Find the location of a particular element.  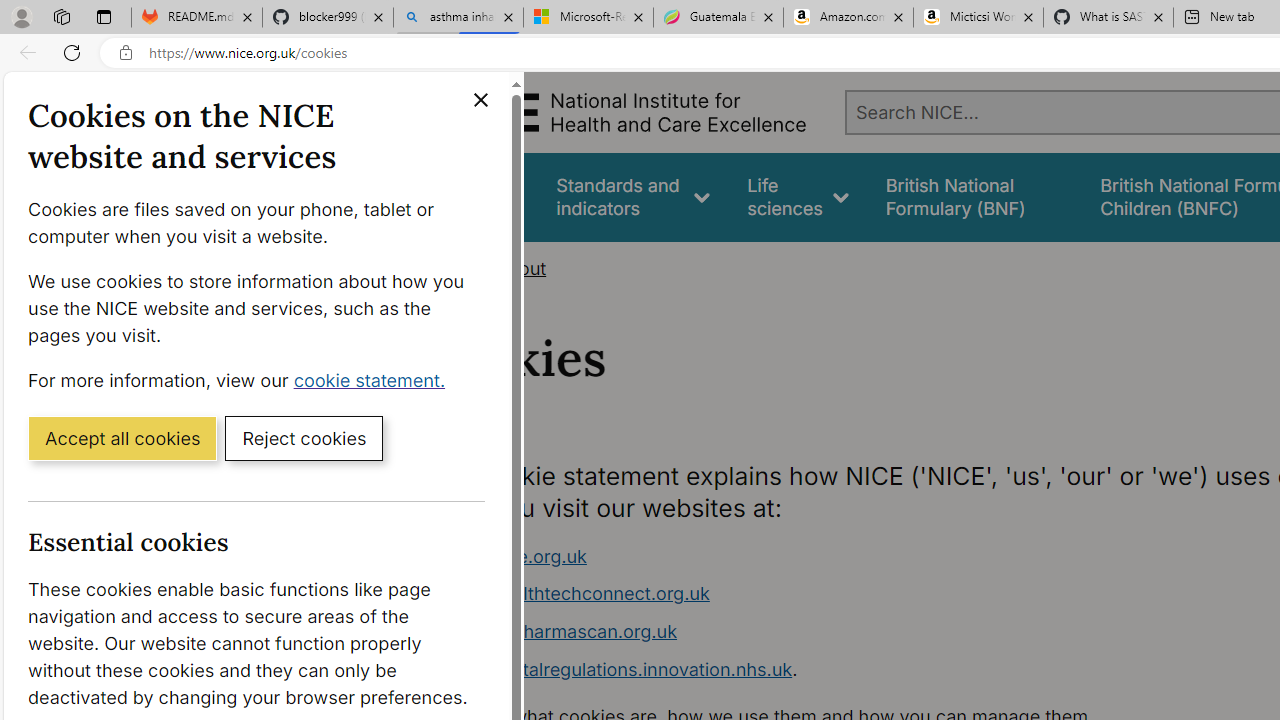

'Life sciences' is located at coordinates (797, 197).